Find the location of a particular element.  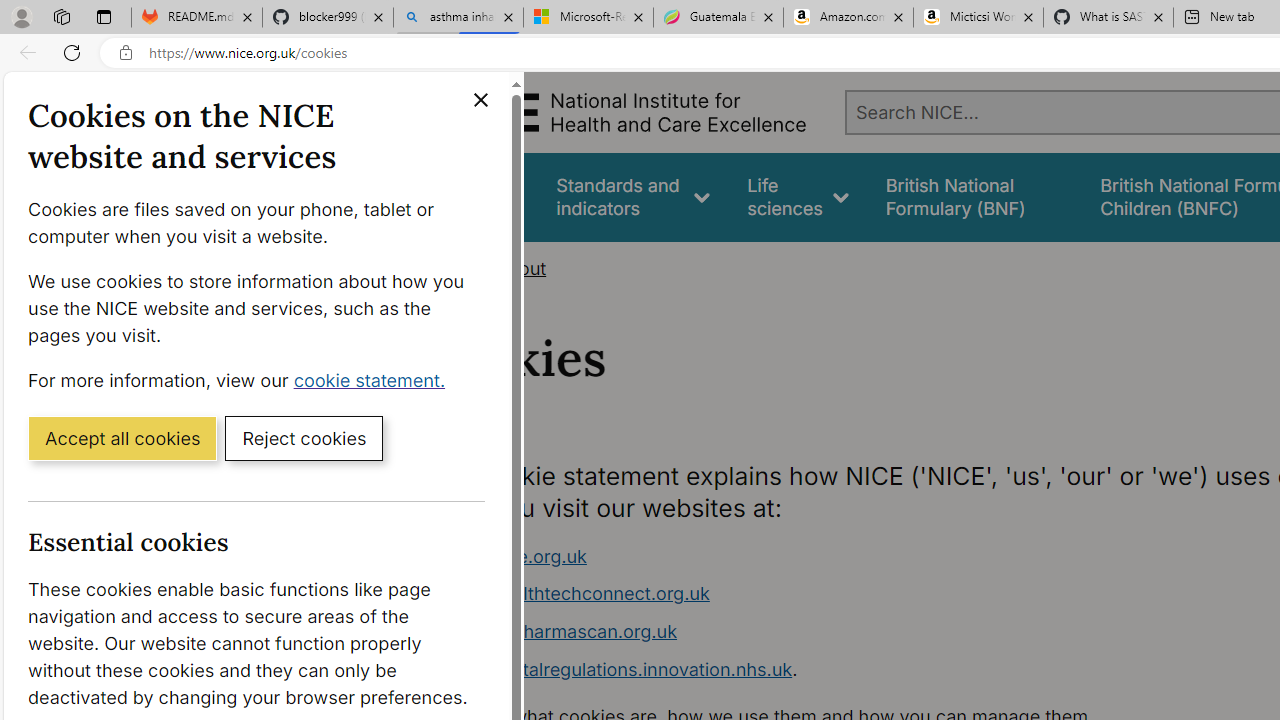

'Life sciences' is located at coordinates (797, 197).